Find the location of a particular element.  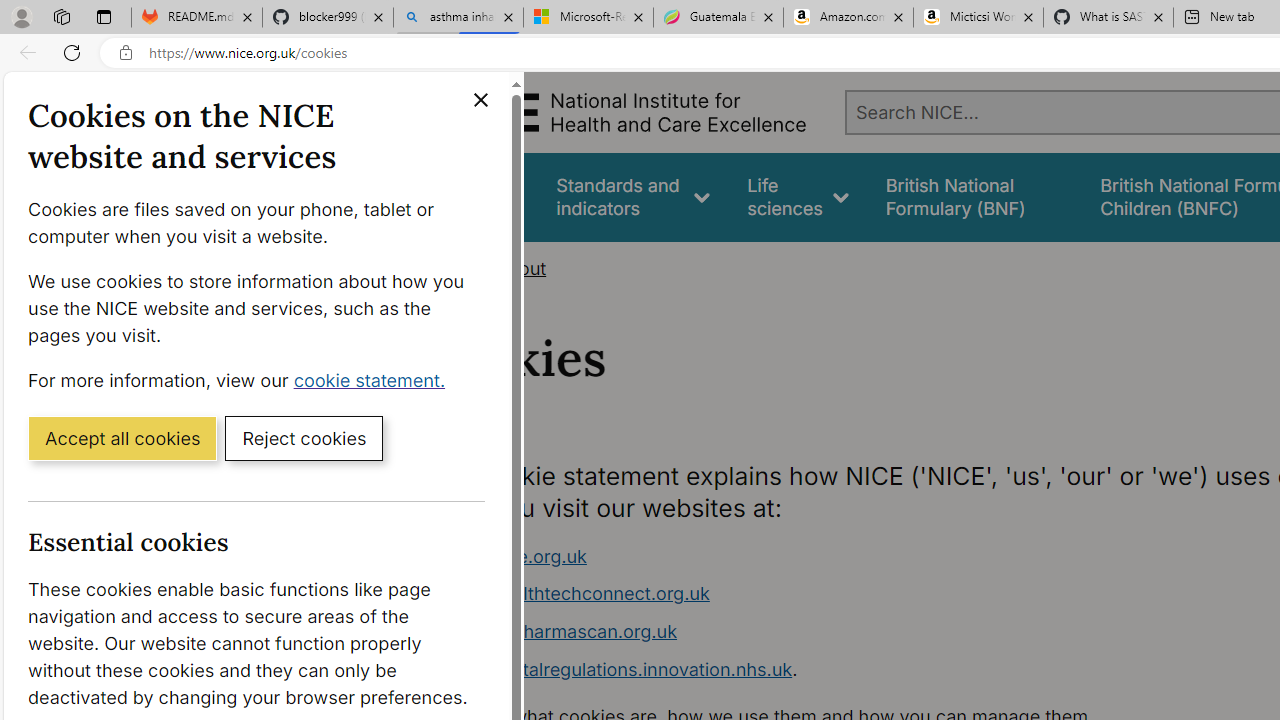

'Life sciences' is located at coordinates (797, 197).